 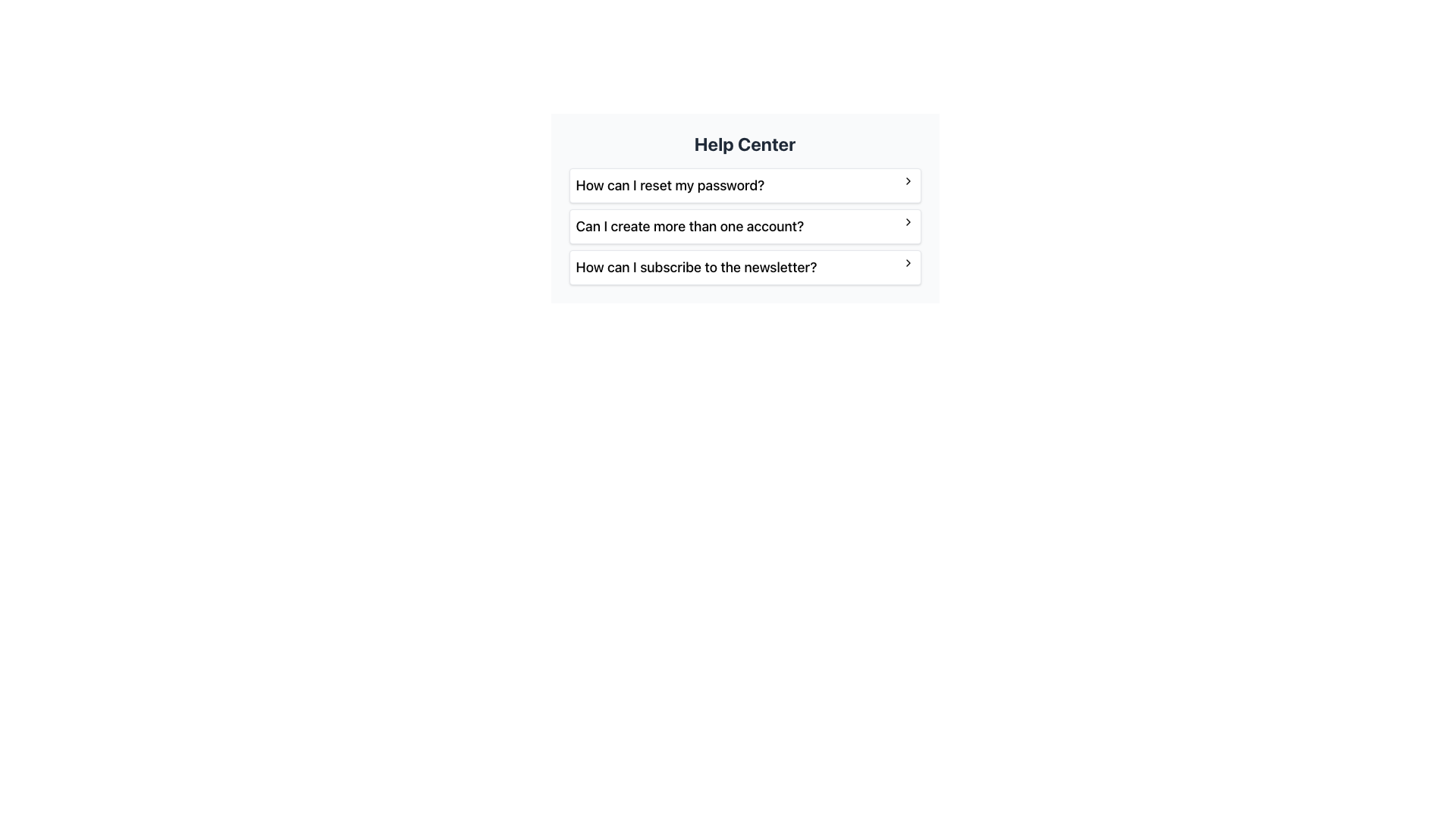 I want to click on the third FAQ entry that reads 'How can I subscribe to the newsletter?', so click(x=745, y=267).